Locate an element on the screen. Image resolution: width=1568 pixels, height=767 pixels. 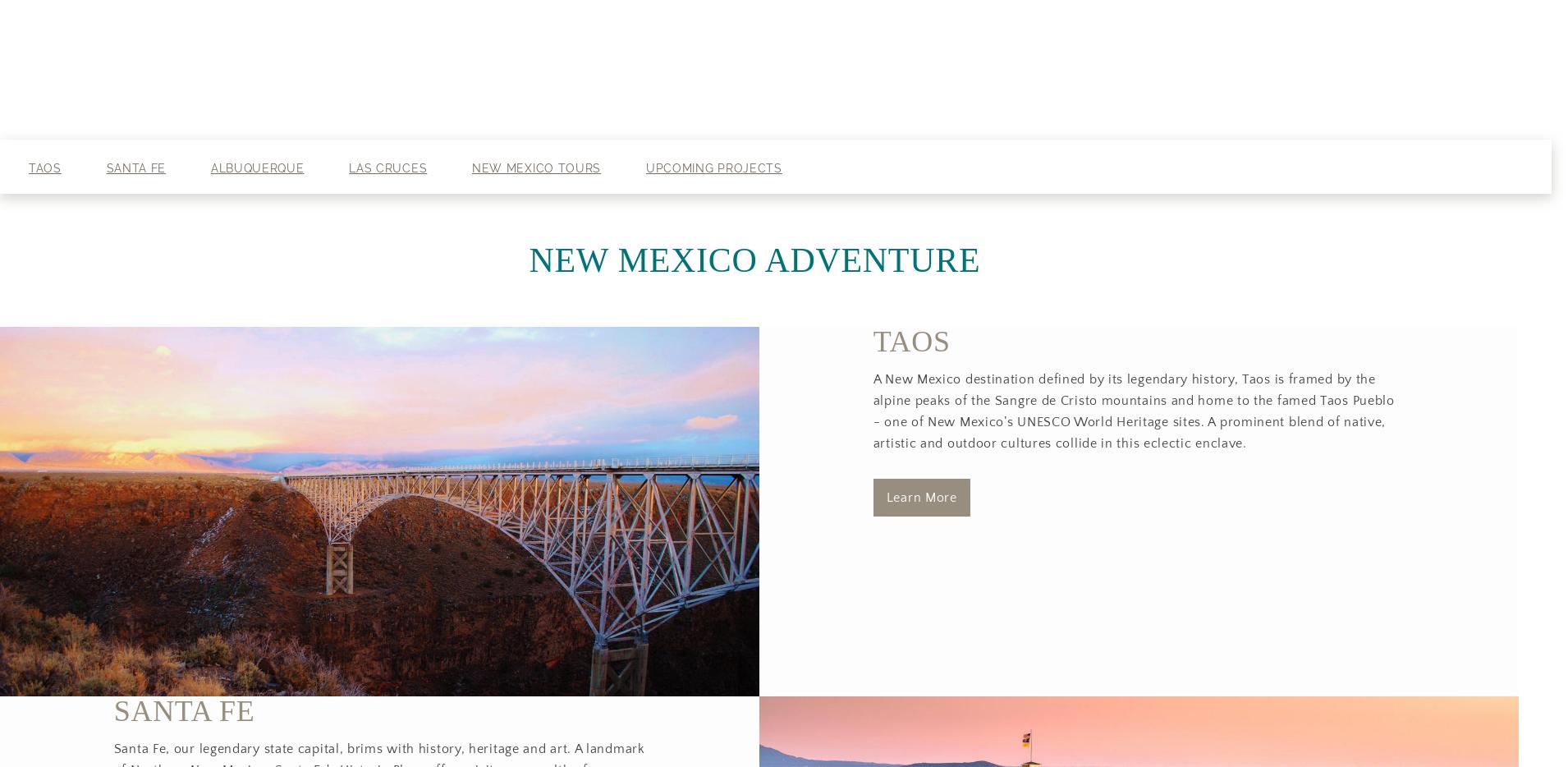
'​Learn More' is located at coordinates (920, 496).